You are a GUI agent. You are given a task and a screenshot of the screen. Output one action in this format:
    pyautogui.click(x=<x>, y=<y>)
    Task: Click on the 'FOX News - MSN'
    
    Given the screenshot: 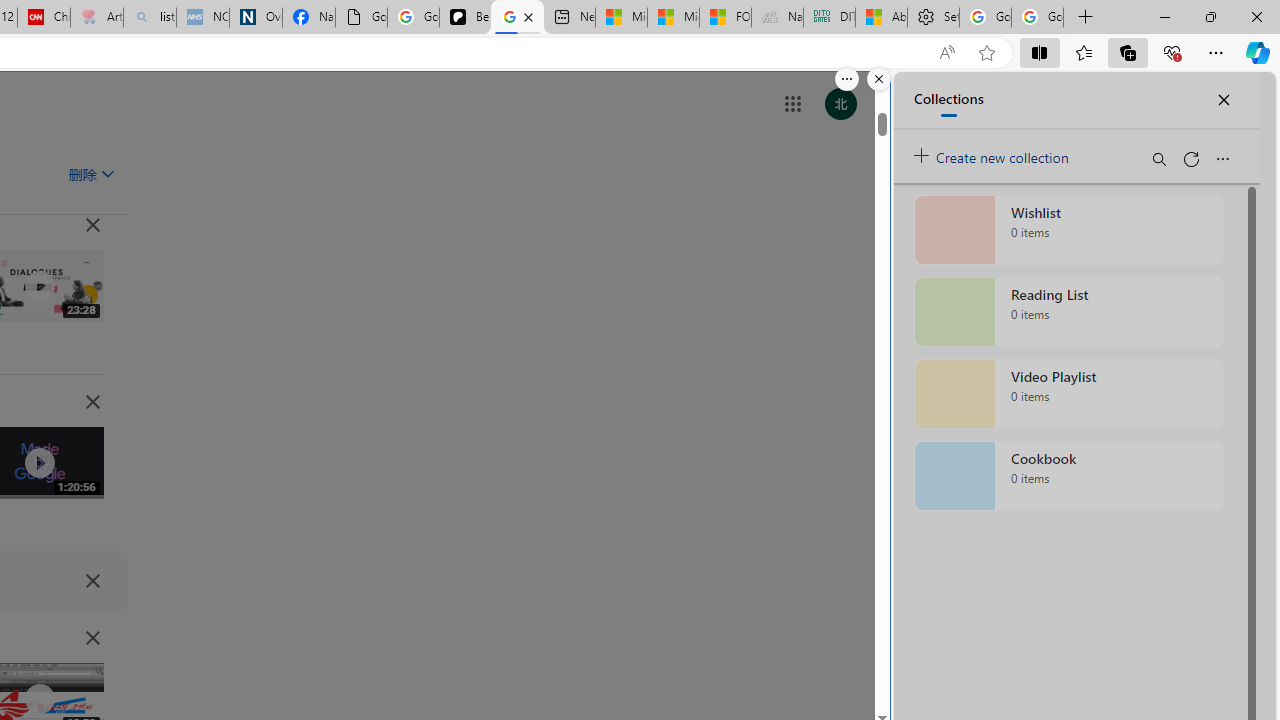 What is the action you would take?
    pyautogui.click(x=724, y=17)
    